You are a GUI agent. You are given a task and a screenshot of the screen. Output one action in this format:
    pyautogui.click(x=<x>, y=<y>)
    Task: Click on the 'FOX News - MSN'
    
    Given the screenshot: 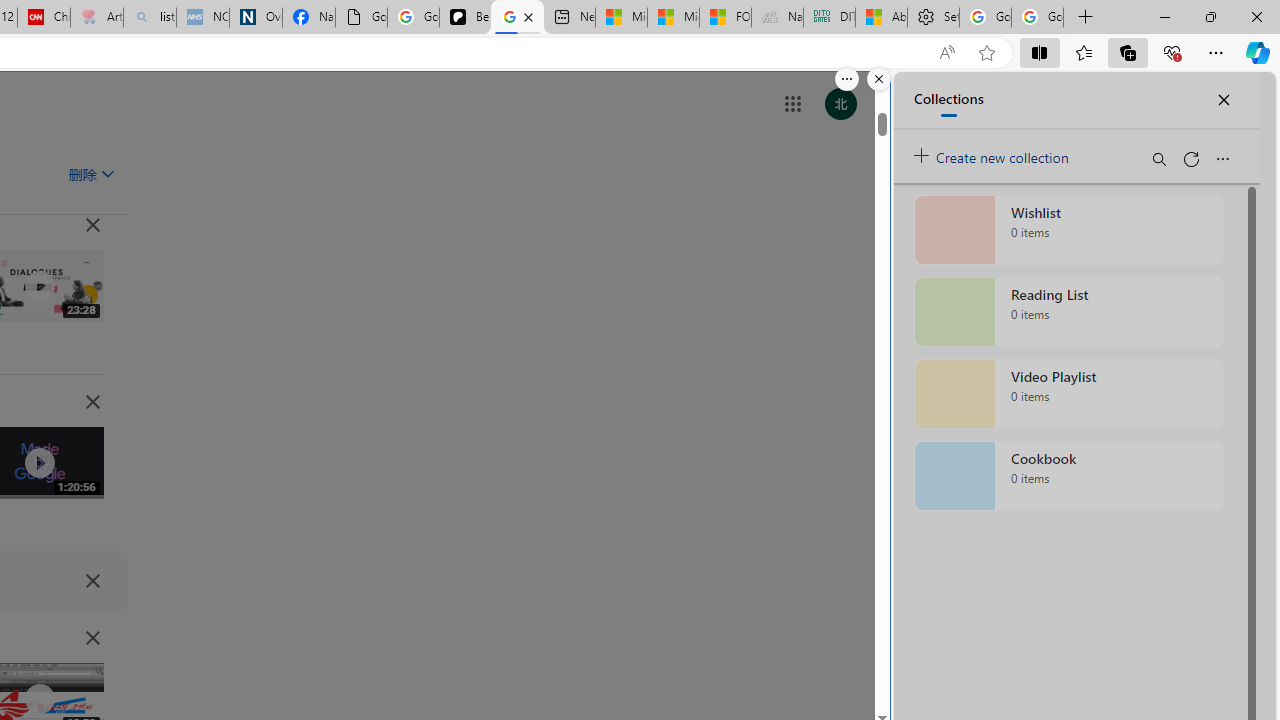 What is the action you would take?
    pyautogui.click(x=724, y=17)
    